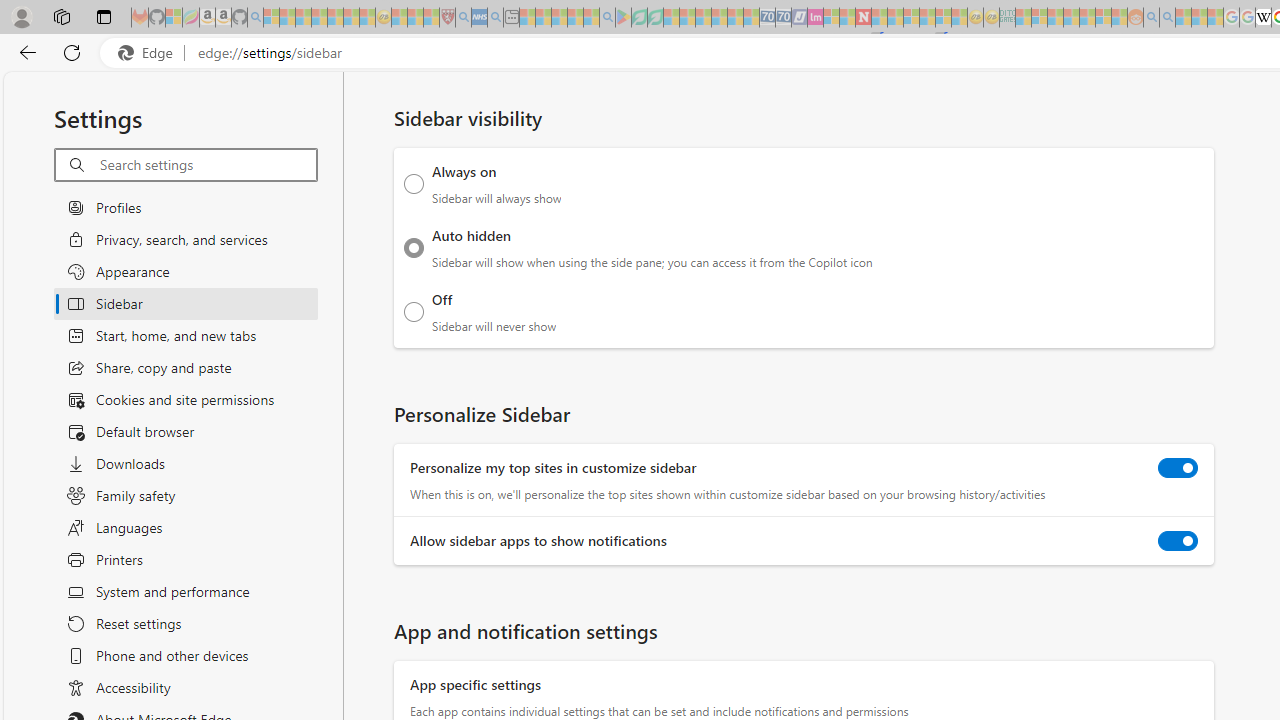  Describe the element at coordinates (413, 311) in the screenshot. I see `'Off Sidebar will never show'` at that location.